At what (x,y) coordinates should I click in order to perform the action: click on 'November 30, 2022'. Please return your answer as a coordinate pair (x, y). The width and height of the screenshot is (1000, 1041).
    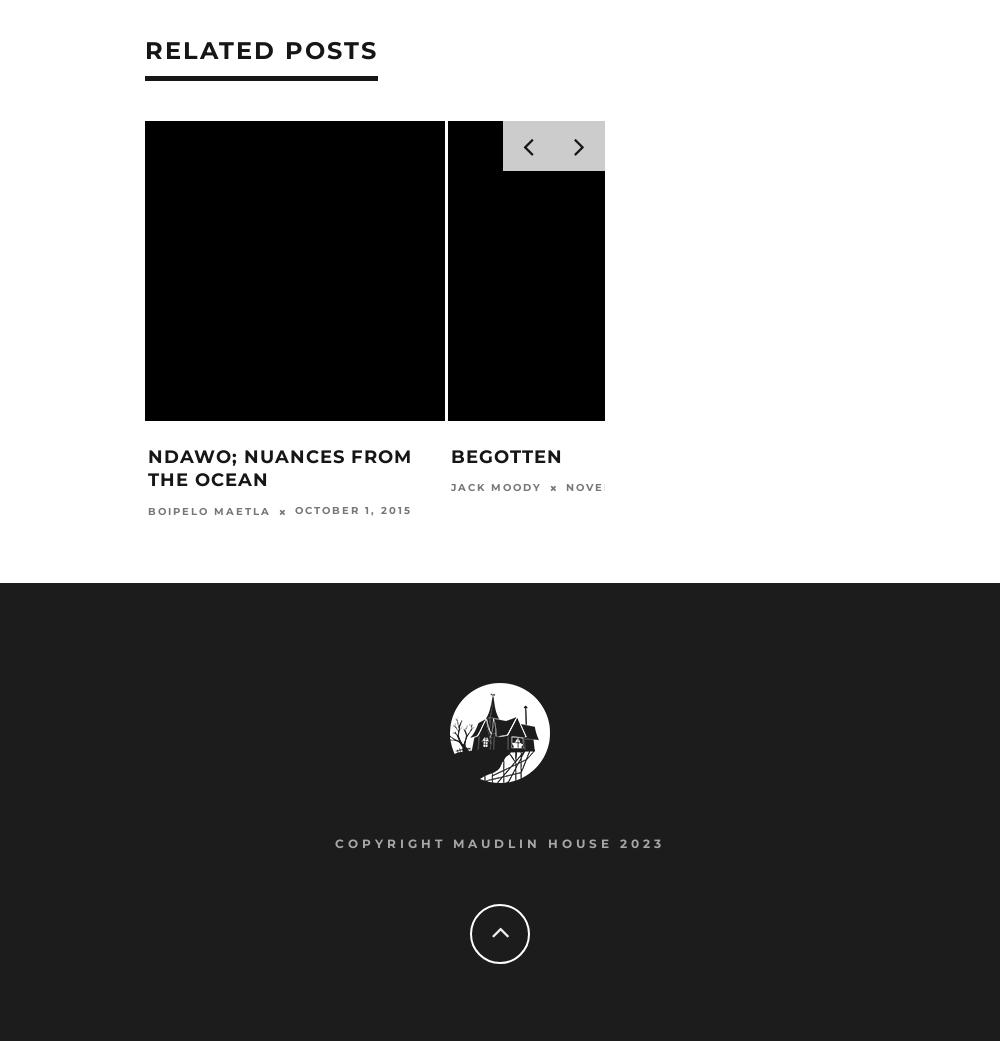
    Looking at the image, I should click on (637, 488).